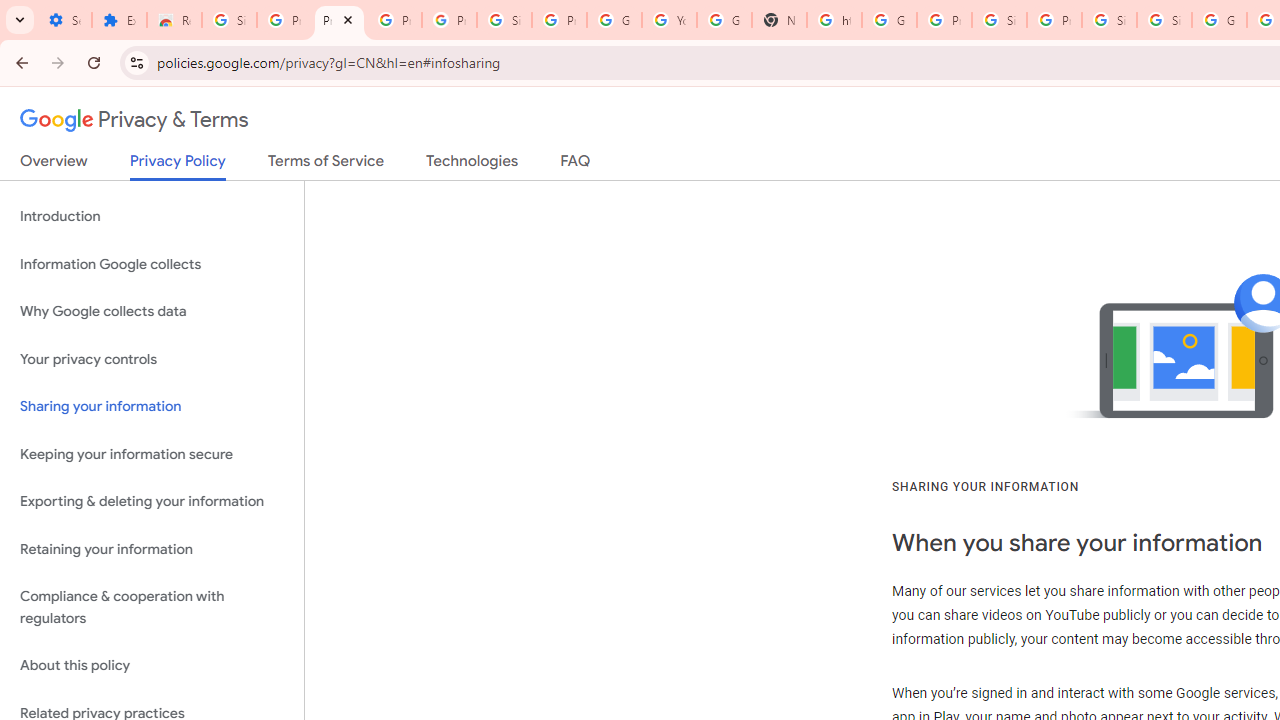 The width and height of the screenshot is (1280, 720). What do you see at coordinates (151, 263) in the screenshot?
I see `'Information Google collects'` at bounding box center [151, 263].